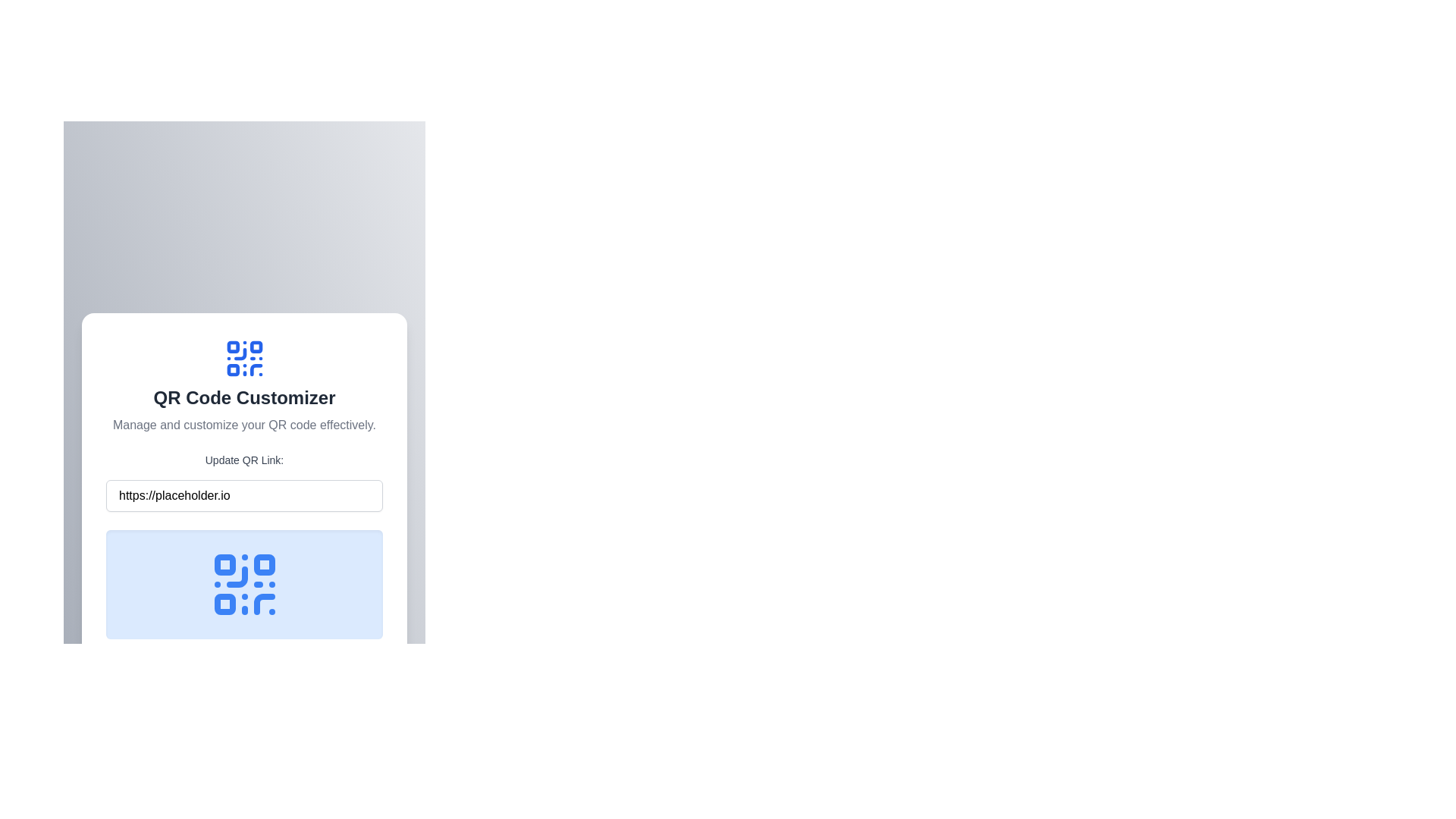 The height and width of the screenshot is (819, 1456). Describe the element at coordinates (244, 385) in the screenshot. I see `the informational section titled 'QR Code Customizer' that features a blue QR code icon and a subtitle below it` at that location.